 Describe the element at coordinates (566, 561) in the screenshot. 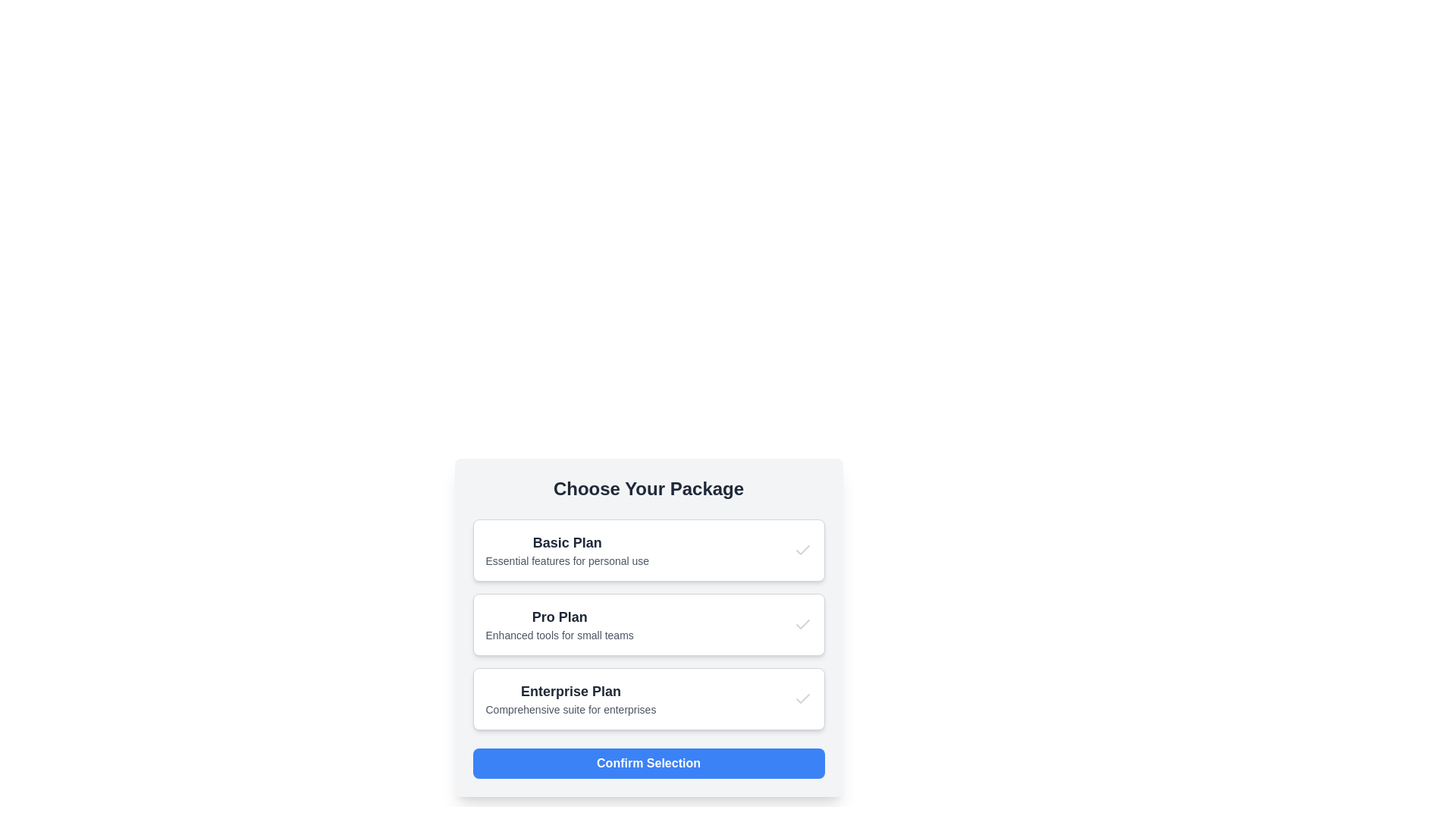

I see `the text label that reads 'Essential features for personal use', which is styled in gray and located below the 'Basic Plan' heading` at that location.